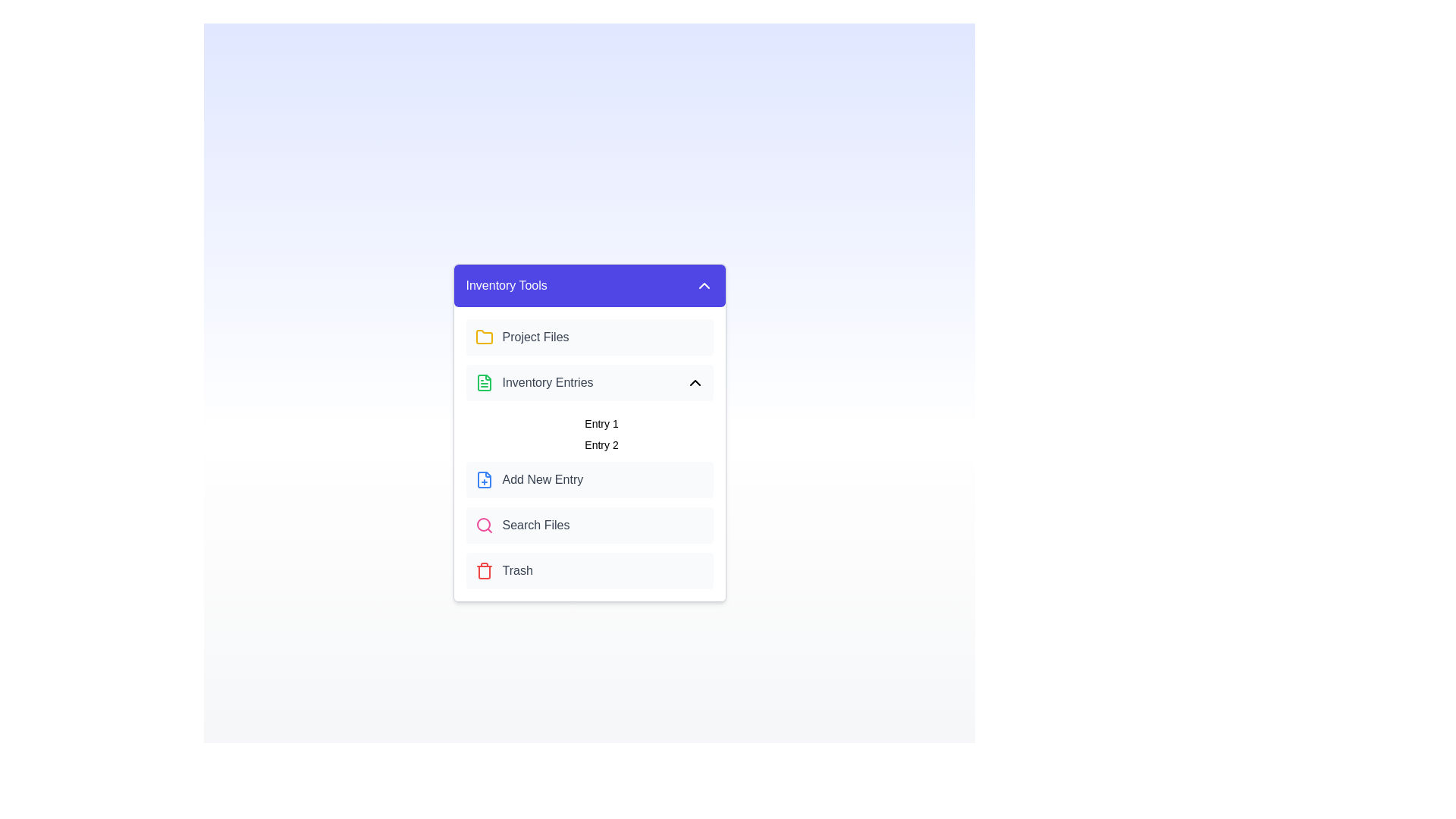 The height and width of the screenshot is (819, 1456). I want to click on the yellow folder icon located at the top-left part of the 'Project Files' item in the menu, which is directly below 'Inventory Tools', so click(483, 336).